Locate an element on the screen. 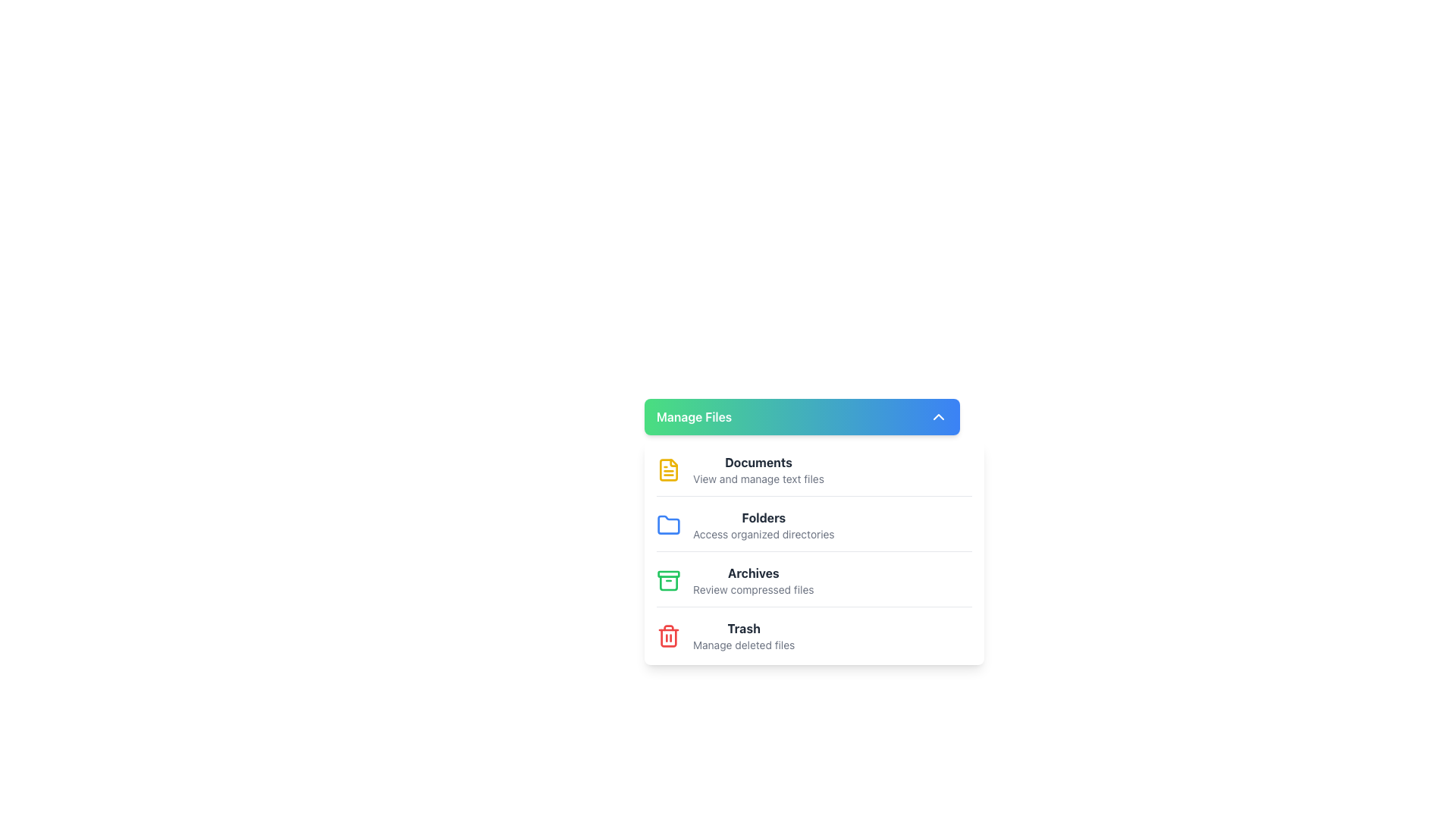 This screenshot has width=1456, height=819. the text block at the bottom of the card layout is located at coordinates (744, 636).